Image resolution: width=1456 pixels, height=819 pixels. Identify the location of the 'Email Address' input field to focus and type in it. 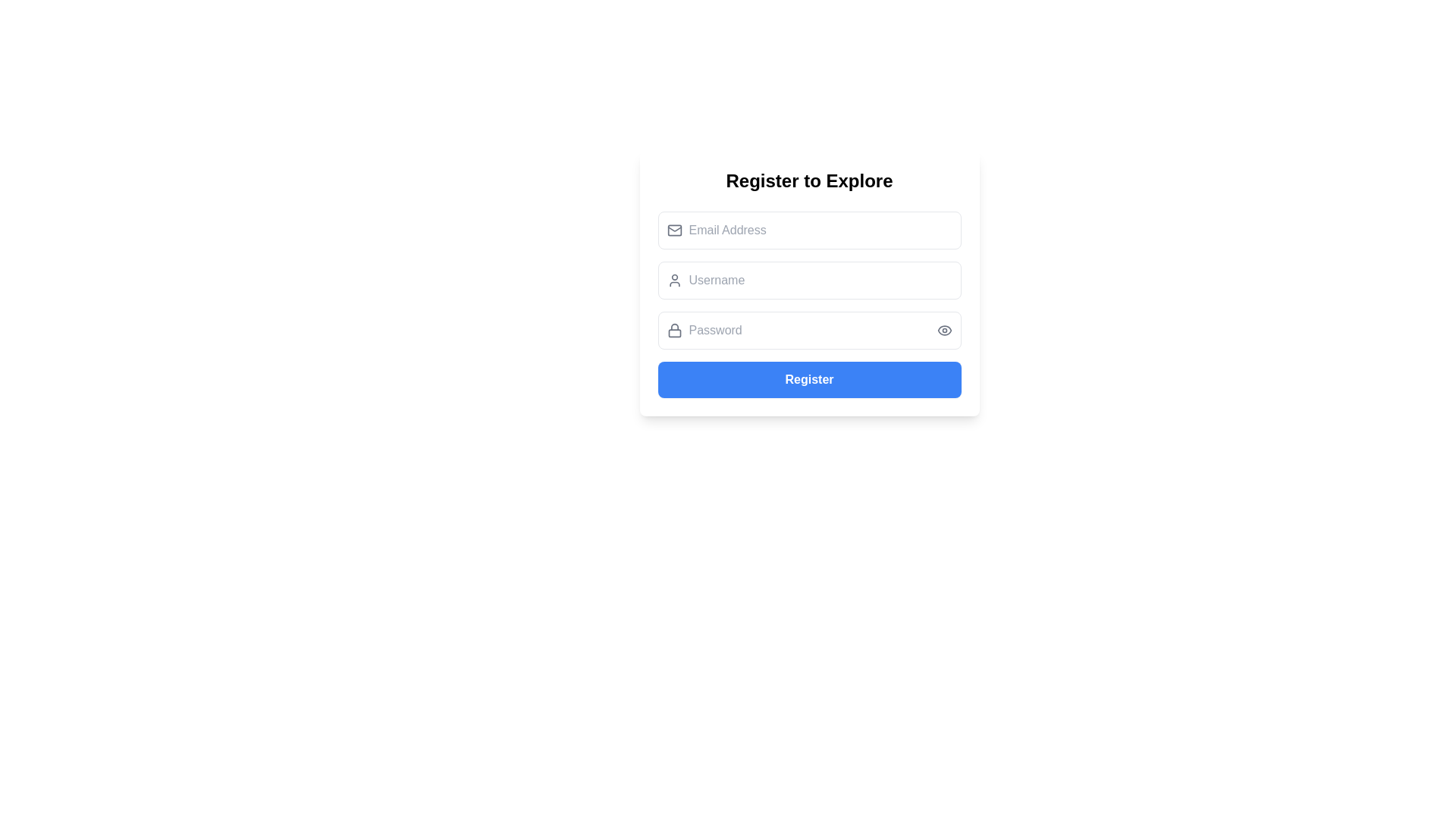
(808, 231).